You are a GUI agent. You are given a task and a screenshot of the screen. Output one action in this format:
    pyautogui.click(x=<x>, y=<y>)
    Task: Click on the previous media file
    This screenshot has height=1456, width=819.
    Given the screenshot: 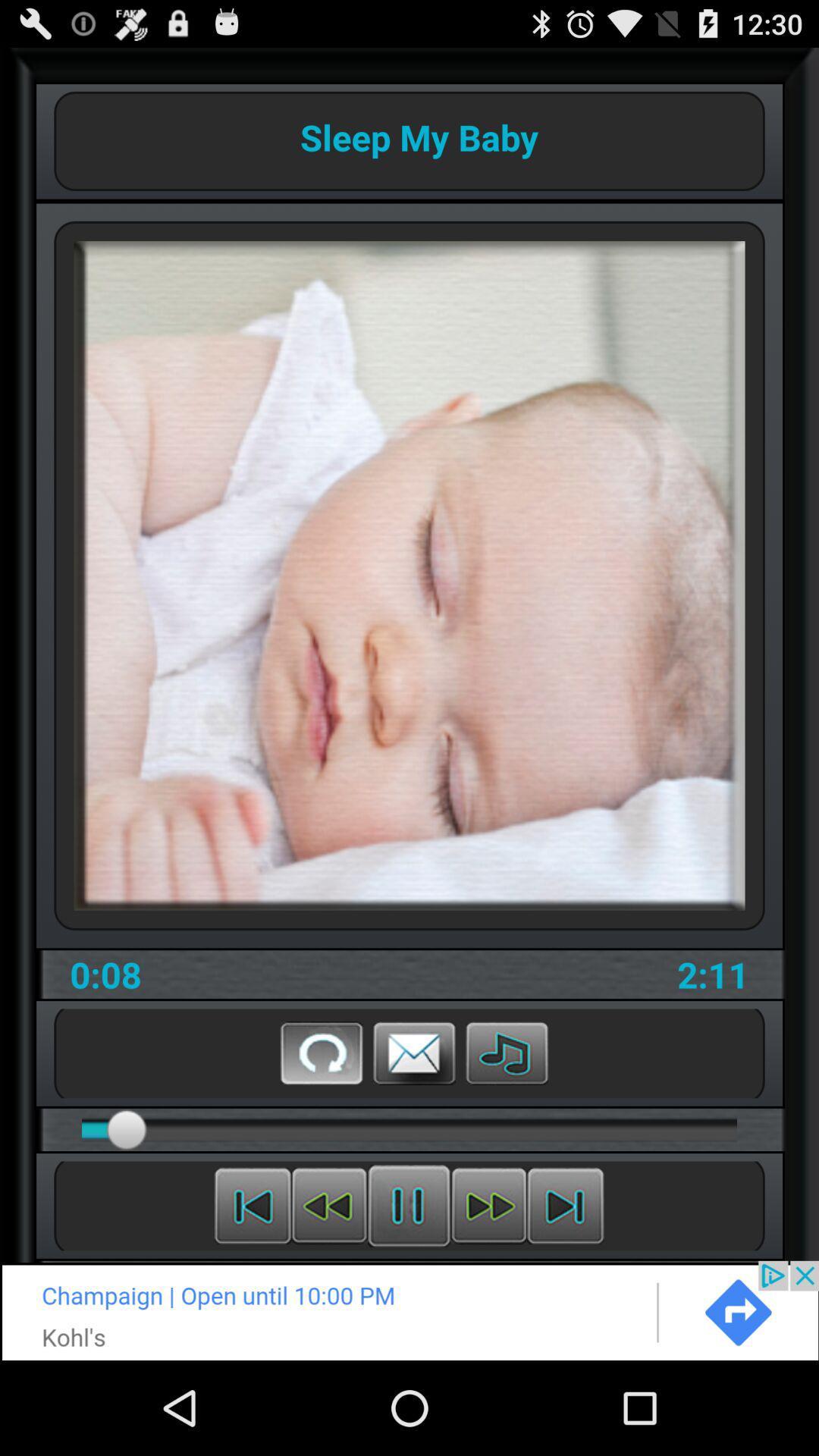 What is the action you would take?
    pyautogui.click(x=252, y=1205)
    